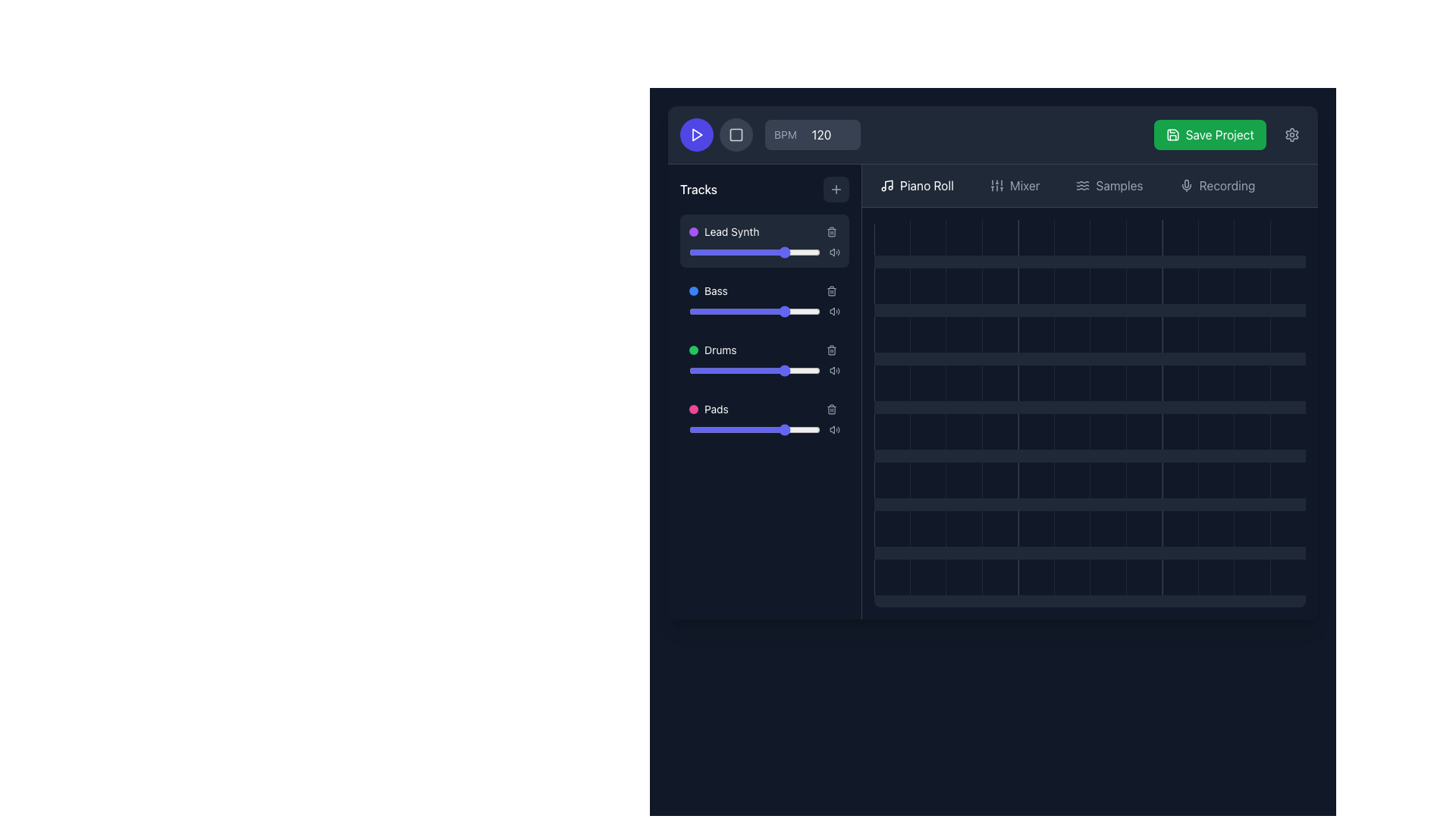  Describe the element at coordinates (927, 334) in the screenshot. I see `the Grid Cell located in the second column of the fourth row within a grid layout, which has a dark gray background and no visible content or icons` at that location.